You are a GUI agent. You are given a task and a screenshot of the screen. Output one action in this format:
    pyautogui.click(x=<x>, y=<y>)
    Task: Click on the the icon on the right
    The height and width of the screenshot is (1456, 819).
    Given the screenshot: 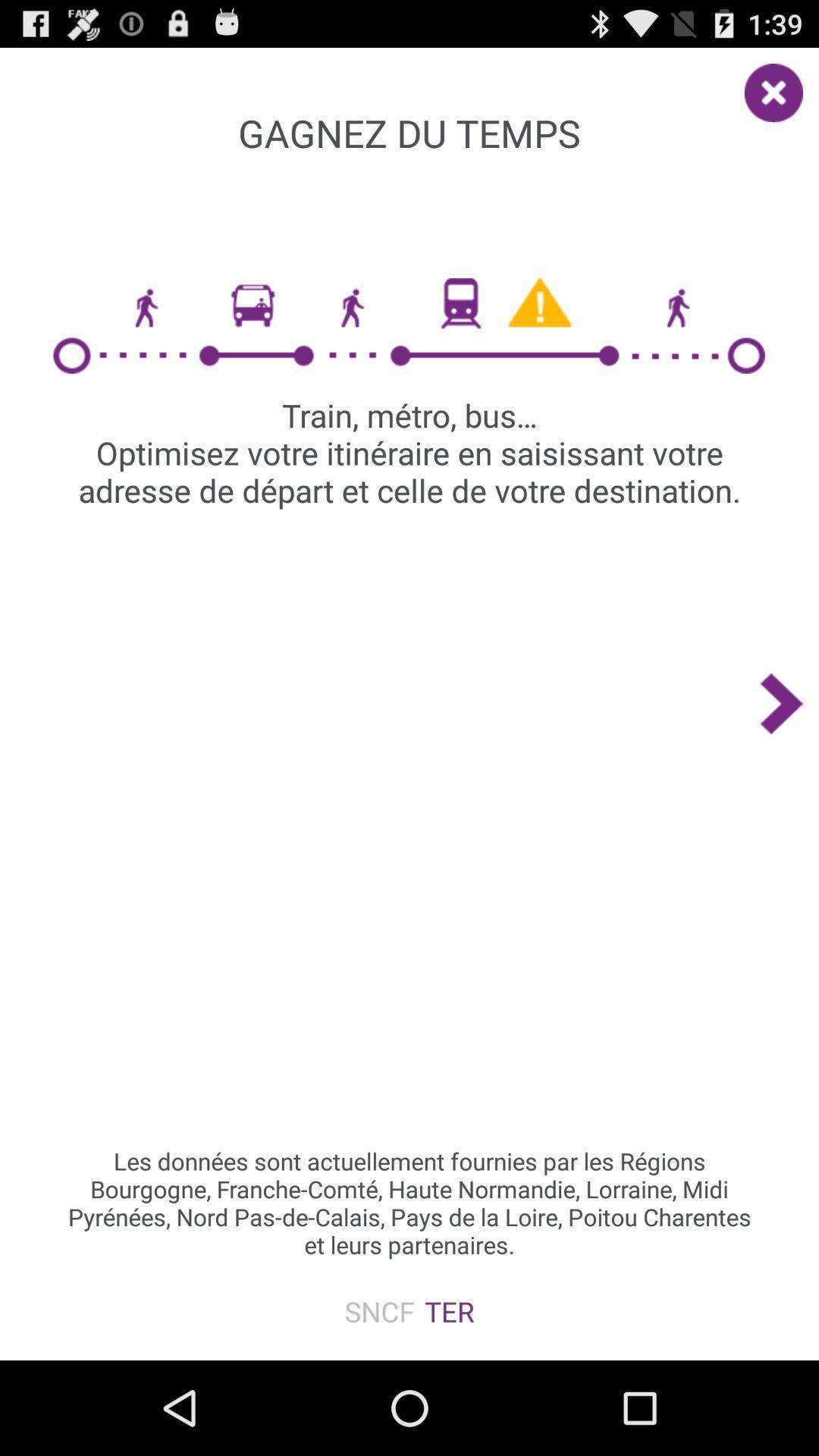 What is the action you would take?
    pyautogui.click(x=789, y=703)
    